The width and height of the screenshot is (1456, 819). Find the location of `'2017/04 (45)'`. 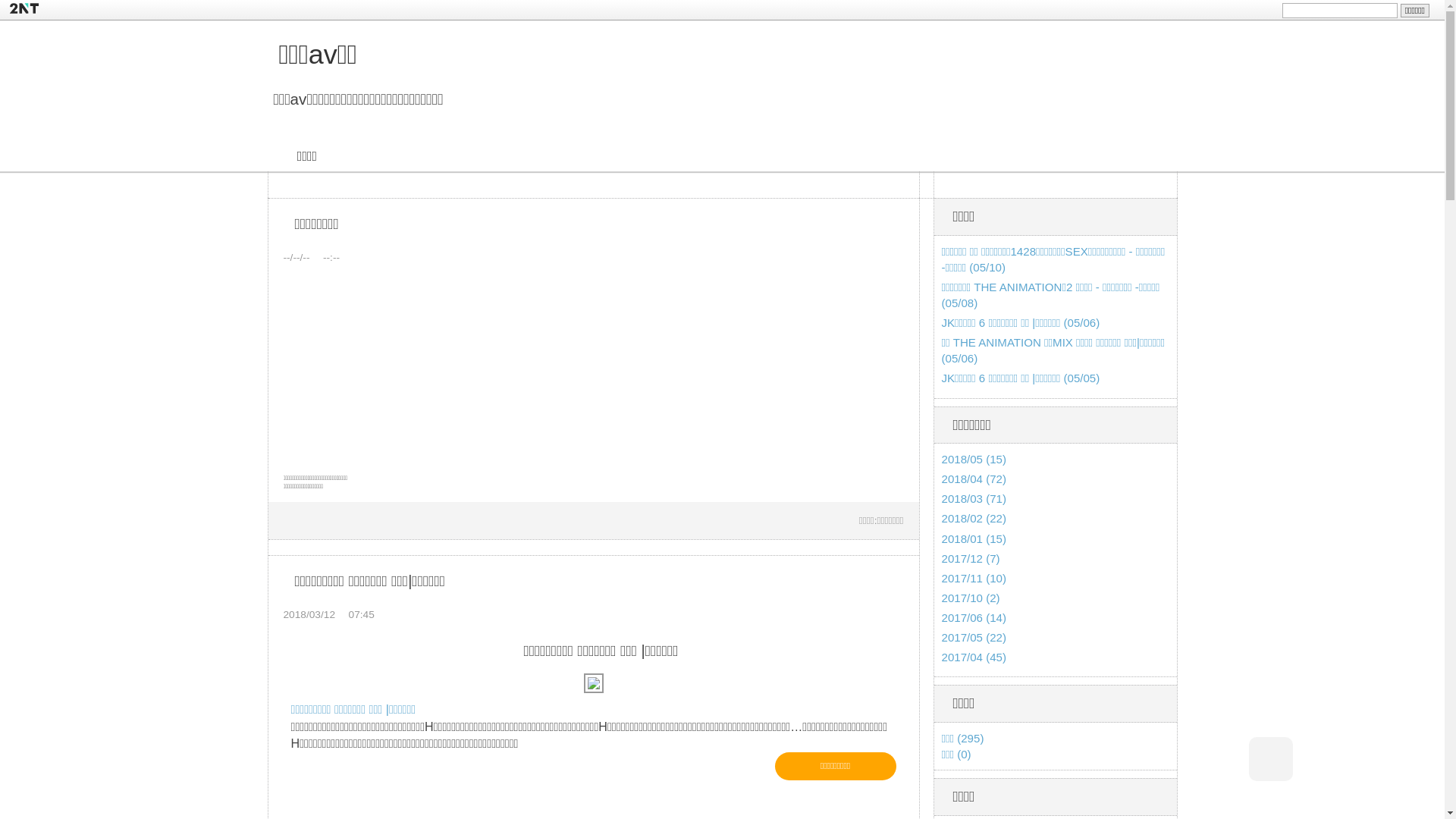

'2017/04 (45)' is located at coordinates (974, 656).